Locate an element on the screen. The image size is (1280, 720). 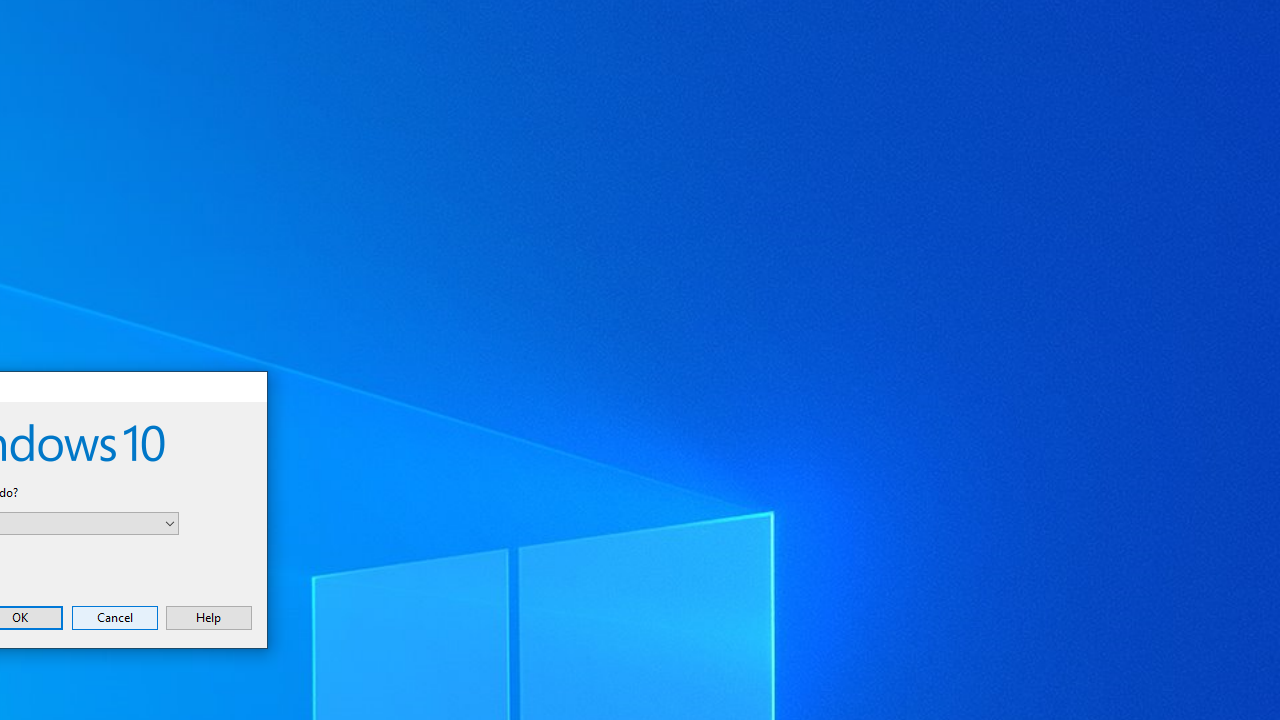
'Cancel' is located at coordinates (113, 616).